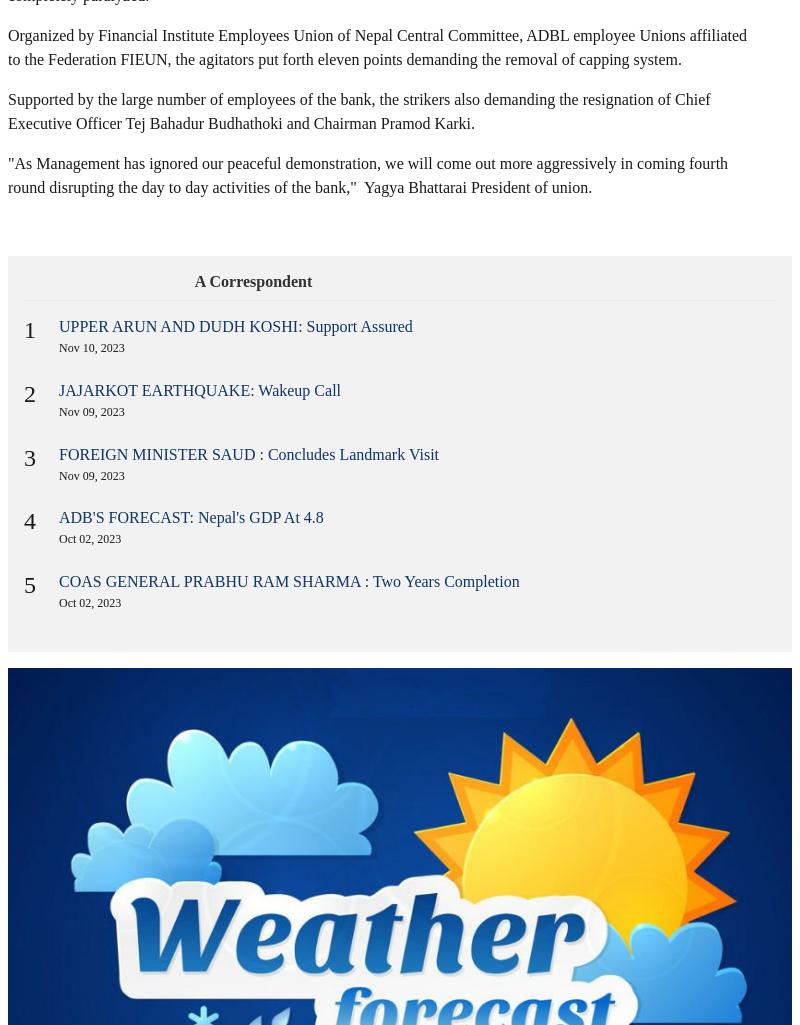 This screenshot has width=800, height=1025. What do you see at coordinates (376, 47) in the screenshot?
I see `'Organized by Financial Institute Employees Union of Nepal Central Committee, ADBL employee Unions affiliated to the Federation FIEUN, the agitators put forth eleven points demanding the removal of capping system.'` at bounding box center [376, 47].